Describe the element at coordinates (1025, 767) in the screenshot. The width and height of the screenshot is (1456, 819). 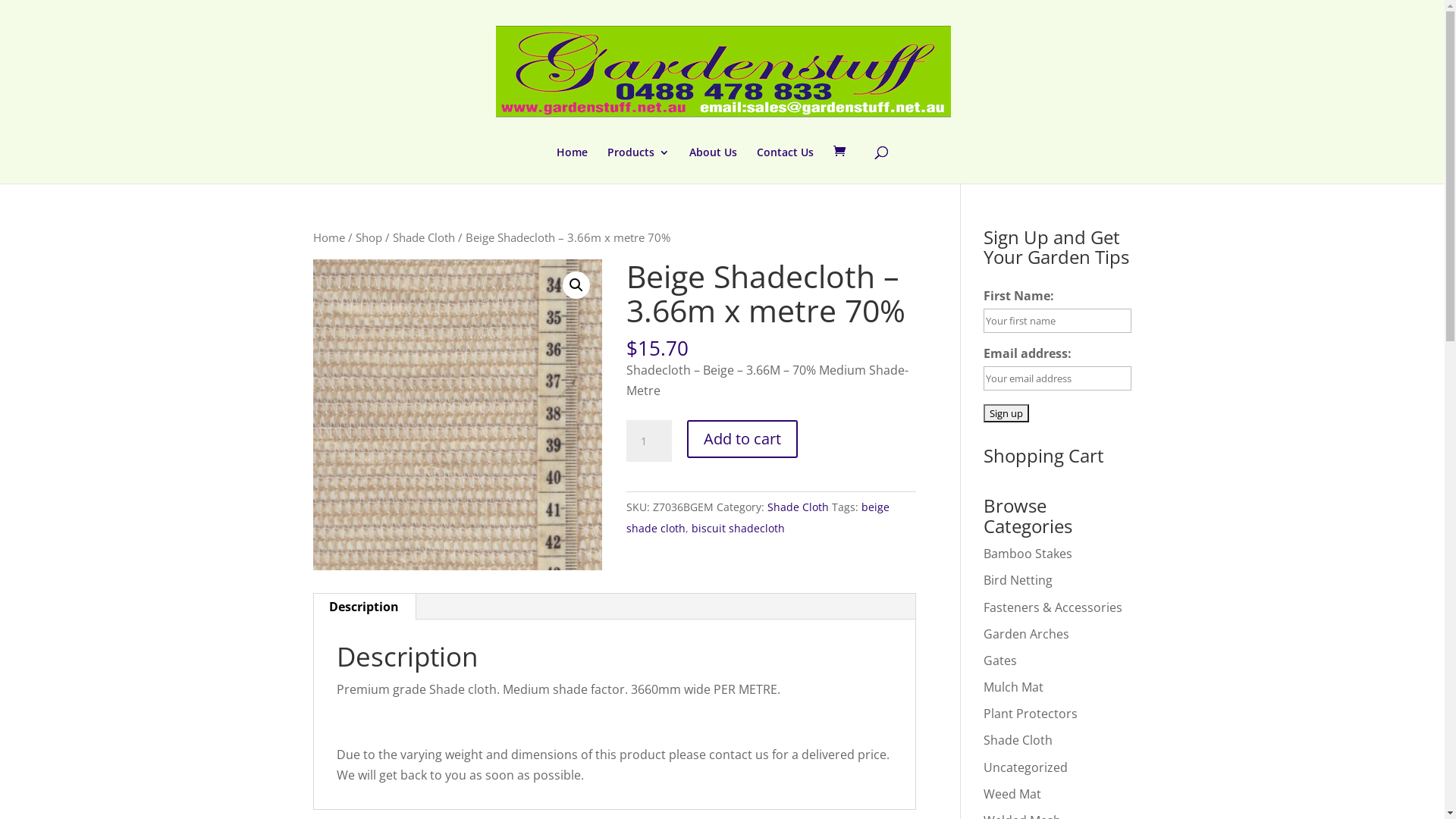
I see `'Uncategorized'` at that location.